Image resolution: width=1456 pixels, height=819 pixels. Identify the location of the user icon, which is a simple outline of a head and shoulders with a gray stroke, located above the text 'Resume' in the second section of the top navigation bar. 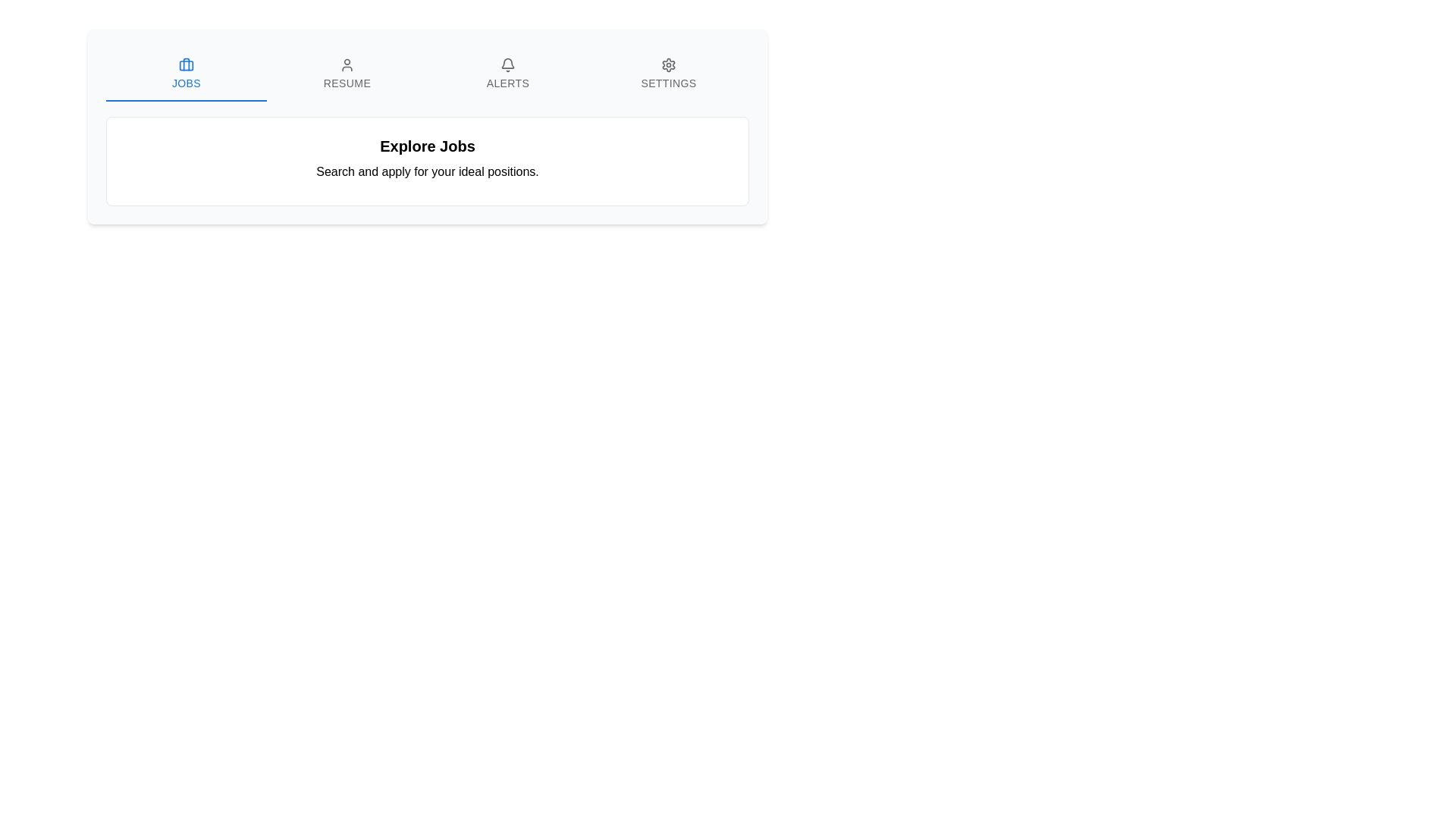
(346, 64).